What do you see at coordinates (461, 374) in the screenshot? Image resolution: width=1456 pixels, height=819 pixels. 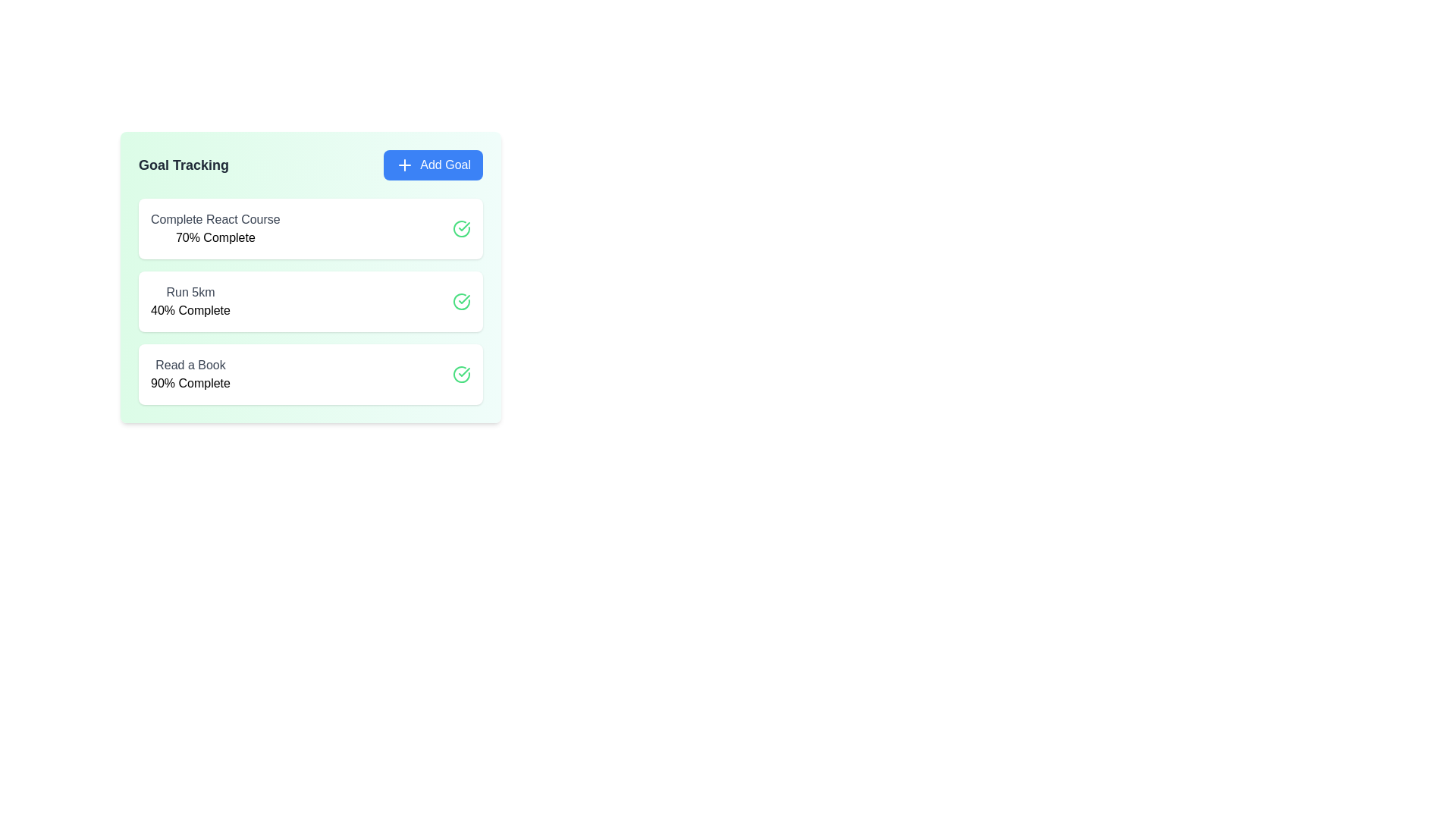 I see `the green-highlighted checkmark icon to confirm the completion of the 'Read a Book' task` at bounding box center [461, 374].